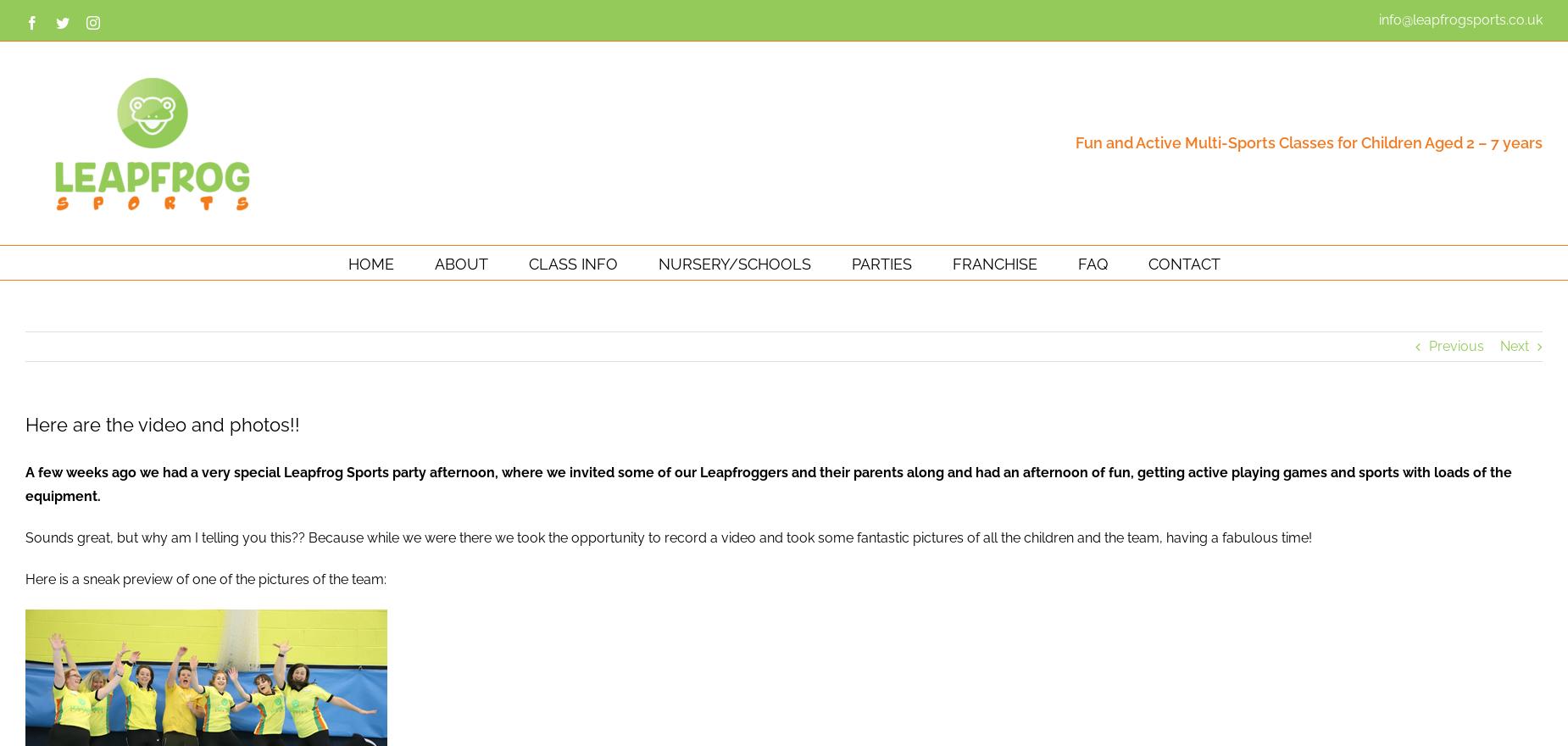 Image resolution: width=1568 pixels, height=746 pixels. Describe the element at coordinates (669, 537) in the screenshot. I see `'Sounds great, but why am I telling you this?? Because while we were there we took the opportunity to record a video and took some fantastic pictures of all the children and the team, having a fabulous time!'` at that location.